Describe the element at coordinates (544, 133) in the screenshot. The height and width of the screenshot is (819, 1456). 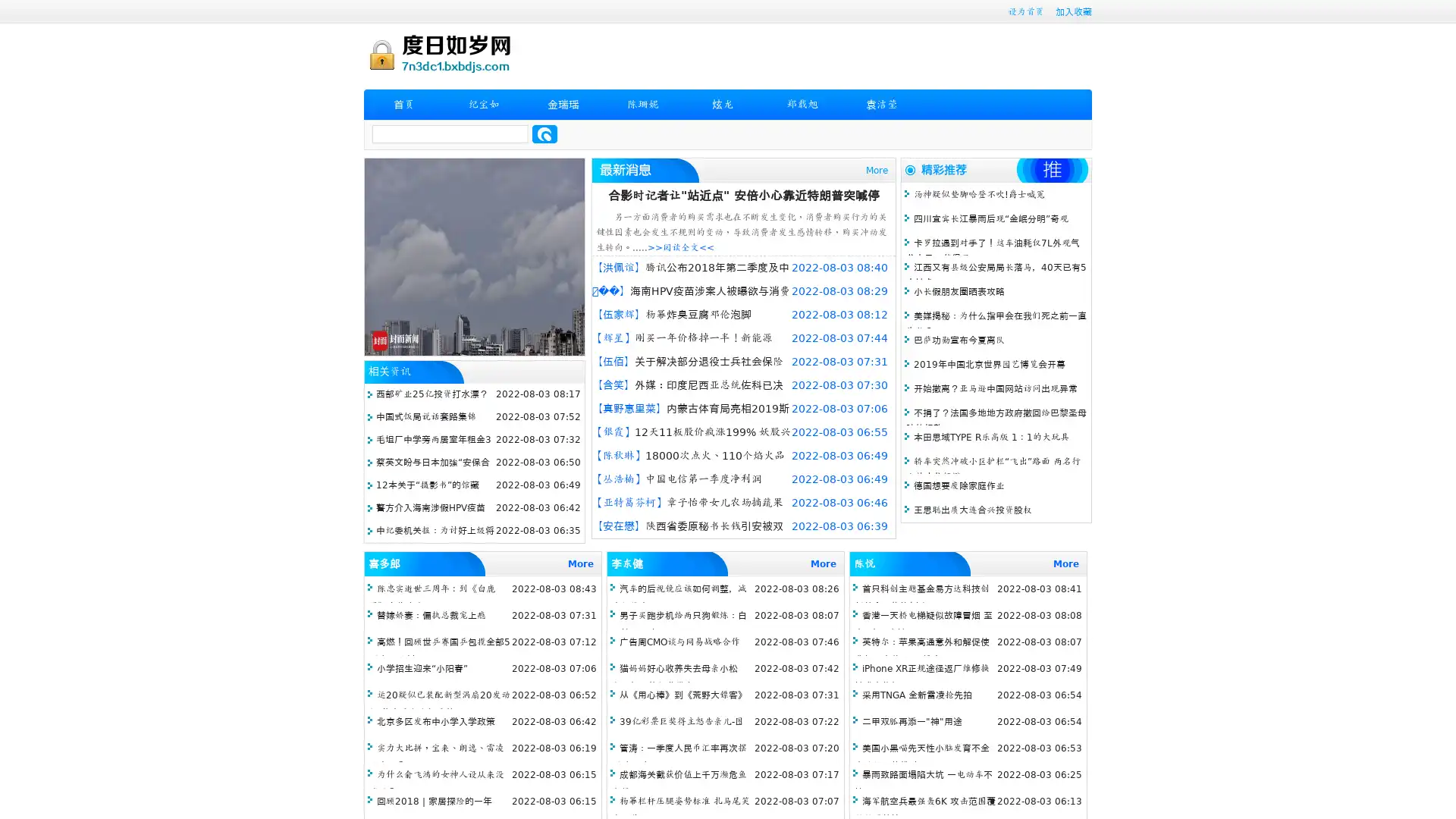
I see `Search` at that location.